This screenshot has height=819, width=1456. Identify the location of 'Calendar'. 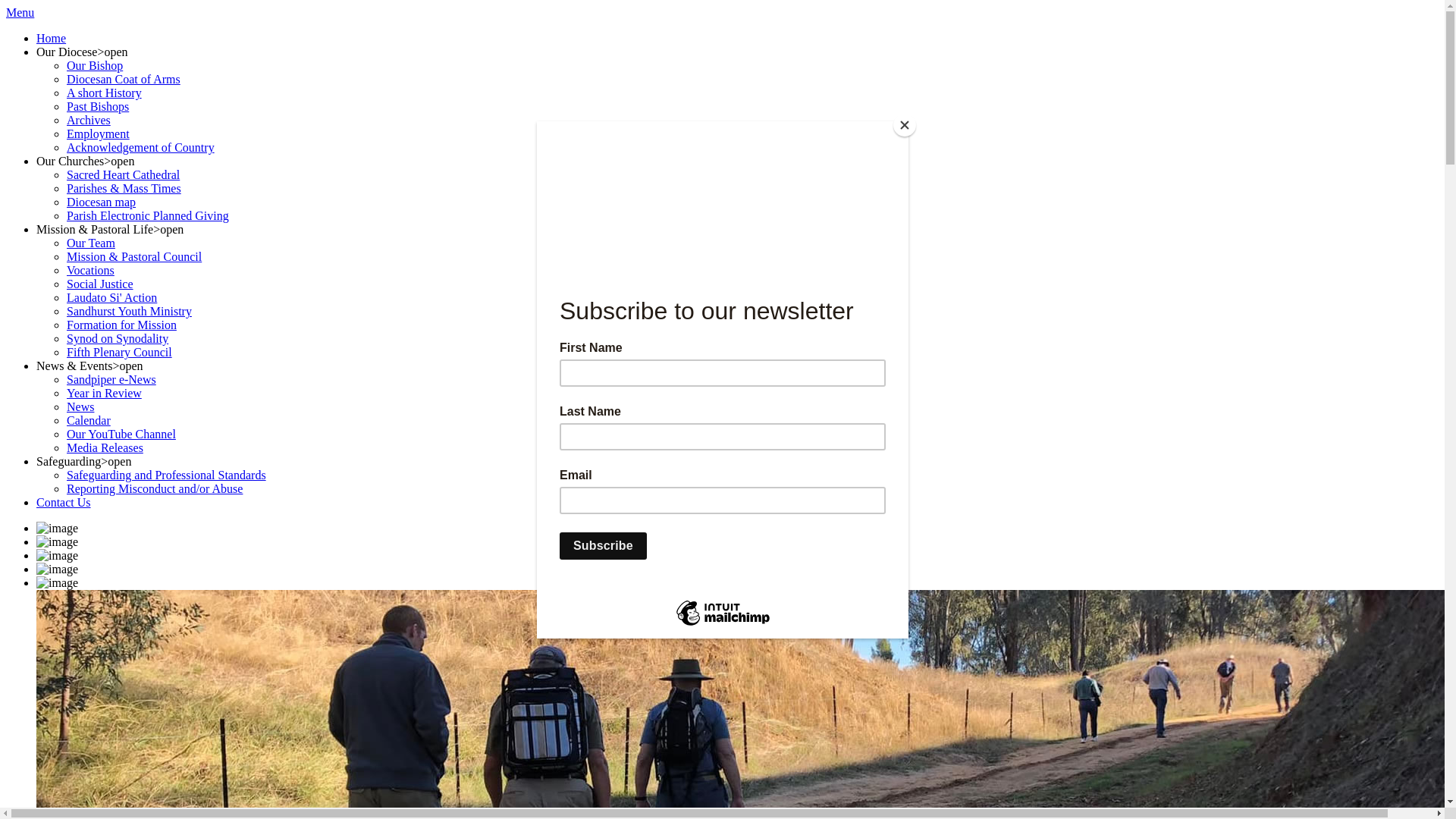
(87, 420).